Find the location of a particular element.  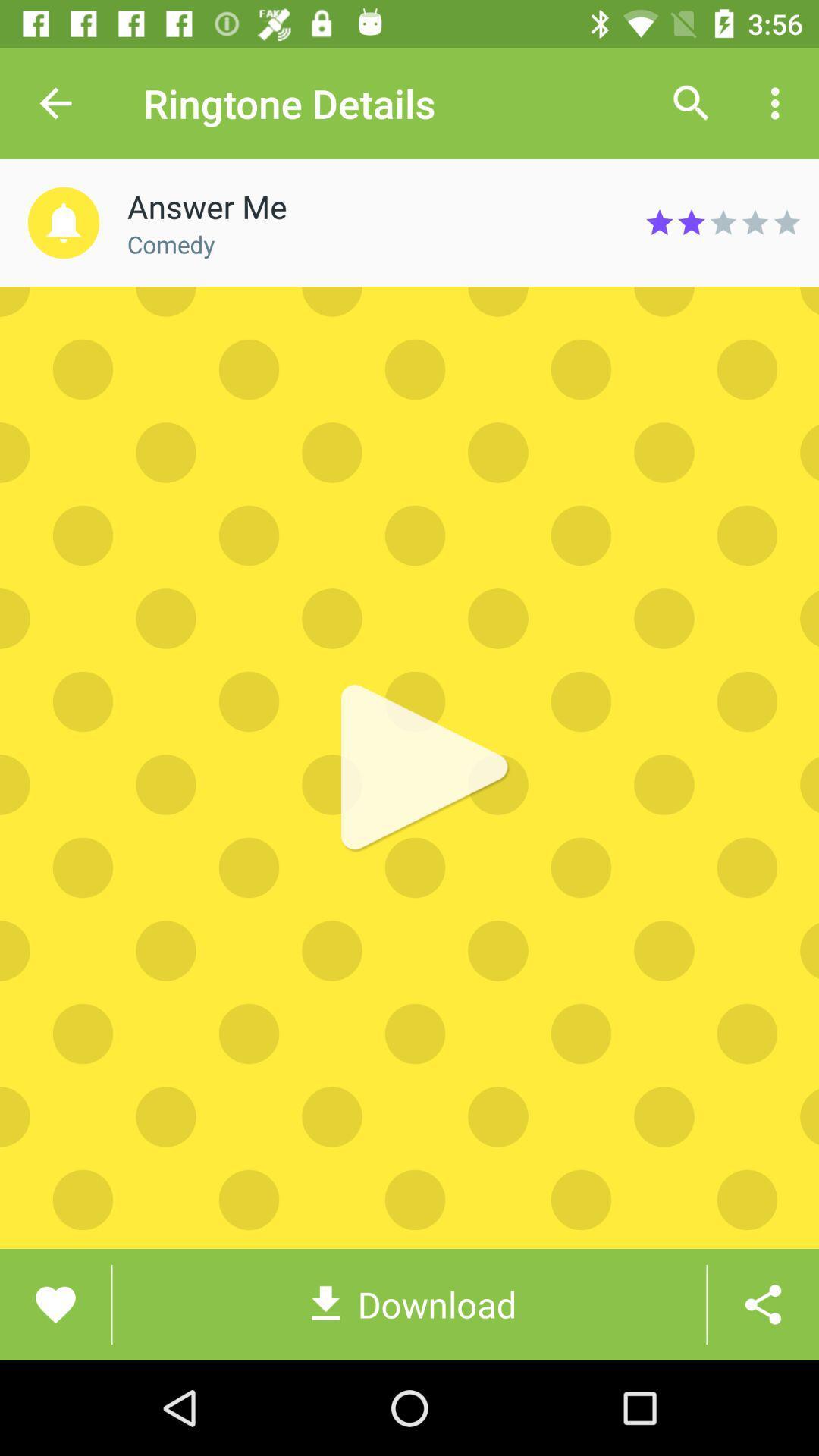

the favorite icon is located at coordinates (55, 1304).